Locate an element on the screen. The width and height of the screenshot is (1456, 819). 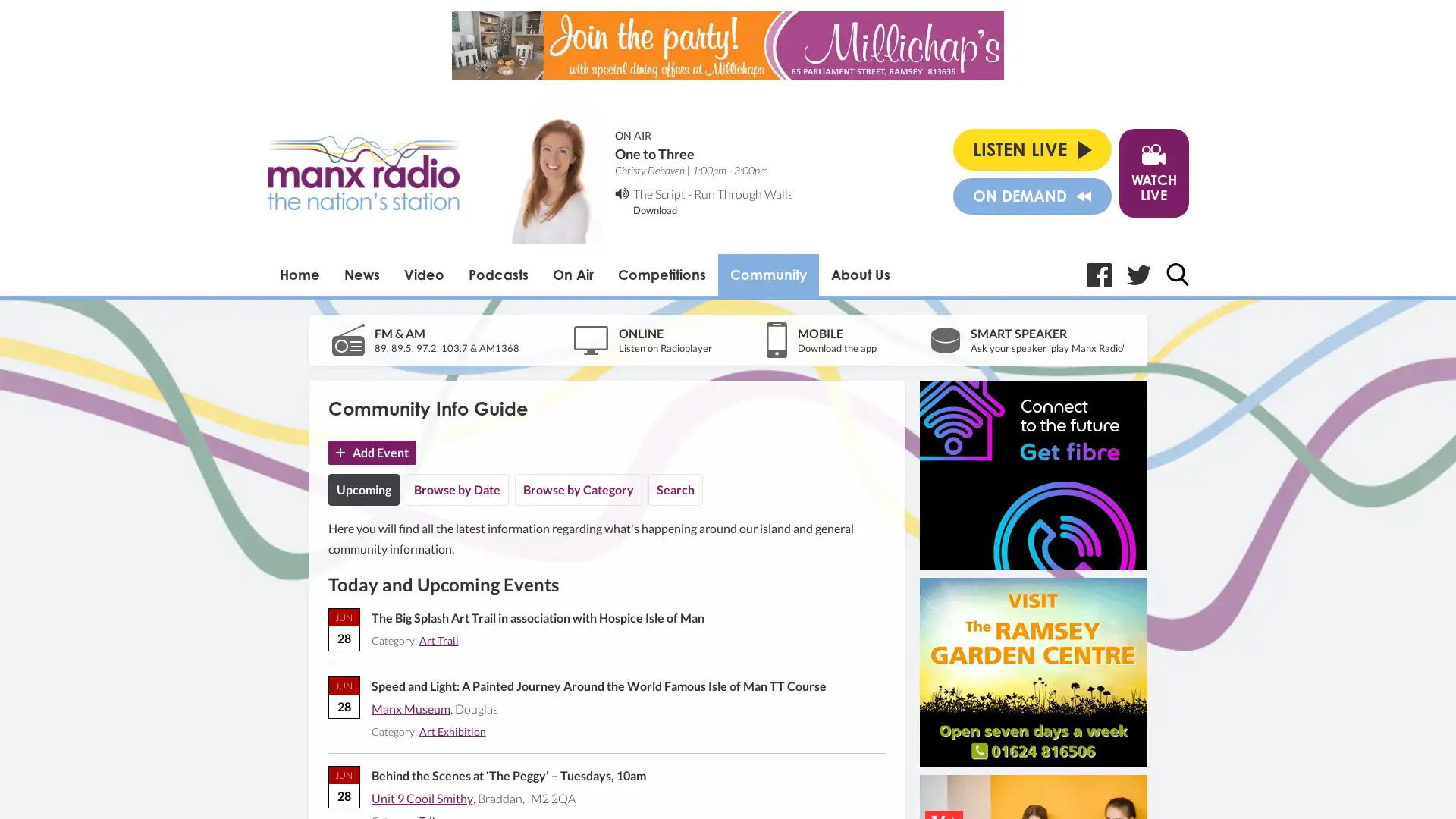
Toggle Search Visibility is located at coordinates (1175, 274).